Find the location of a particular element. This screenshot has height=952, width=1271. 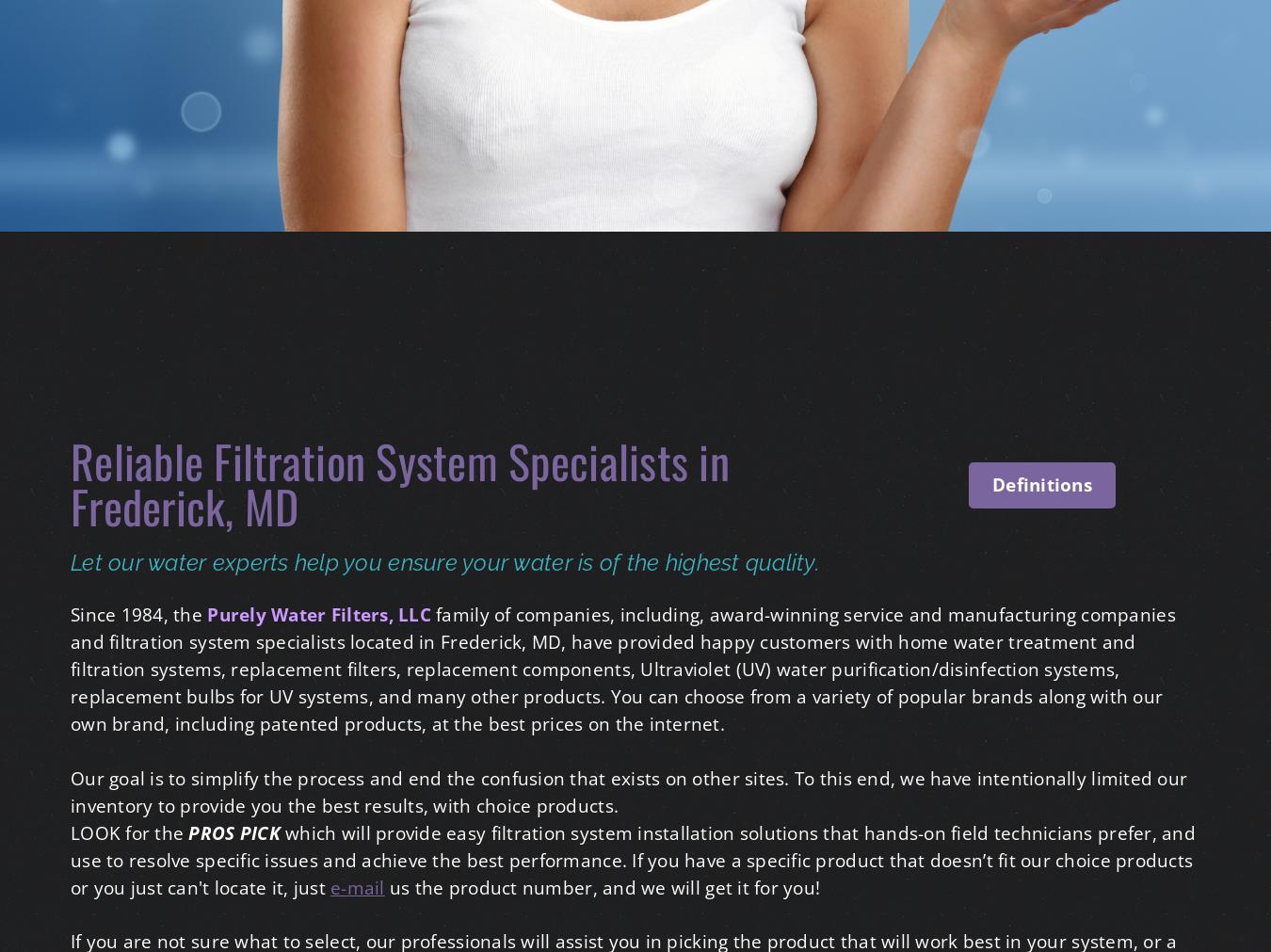

'Let our water experts help you ensure your water is of the highest quality.' is located at coordinates (444, 561).